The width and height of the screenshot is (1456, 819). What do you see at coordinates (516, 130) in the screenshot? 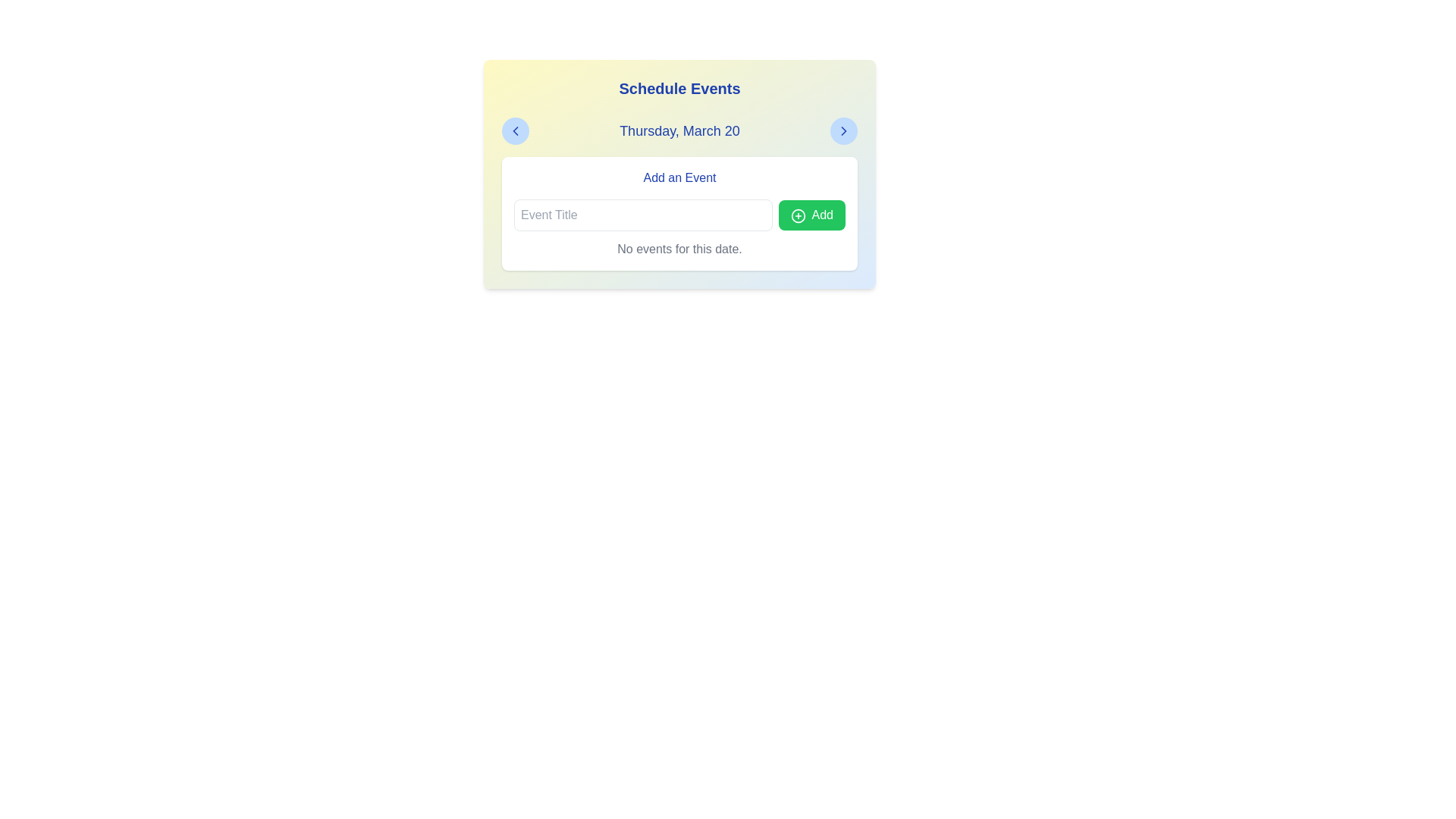
I see `the button positioned to the left of the header labeled 'Thursday, March 20'` at bounding box center [516, 130].